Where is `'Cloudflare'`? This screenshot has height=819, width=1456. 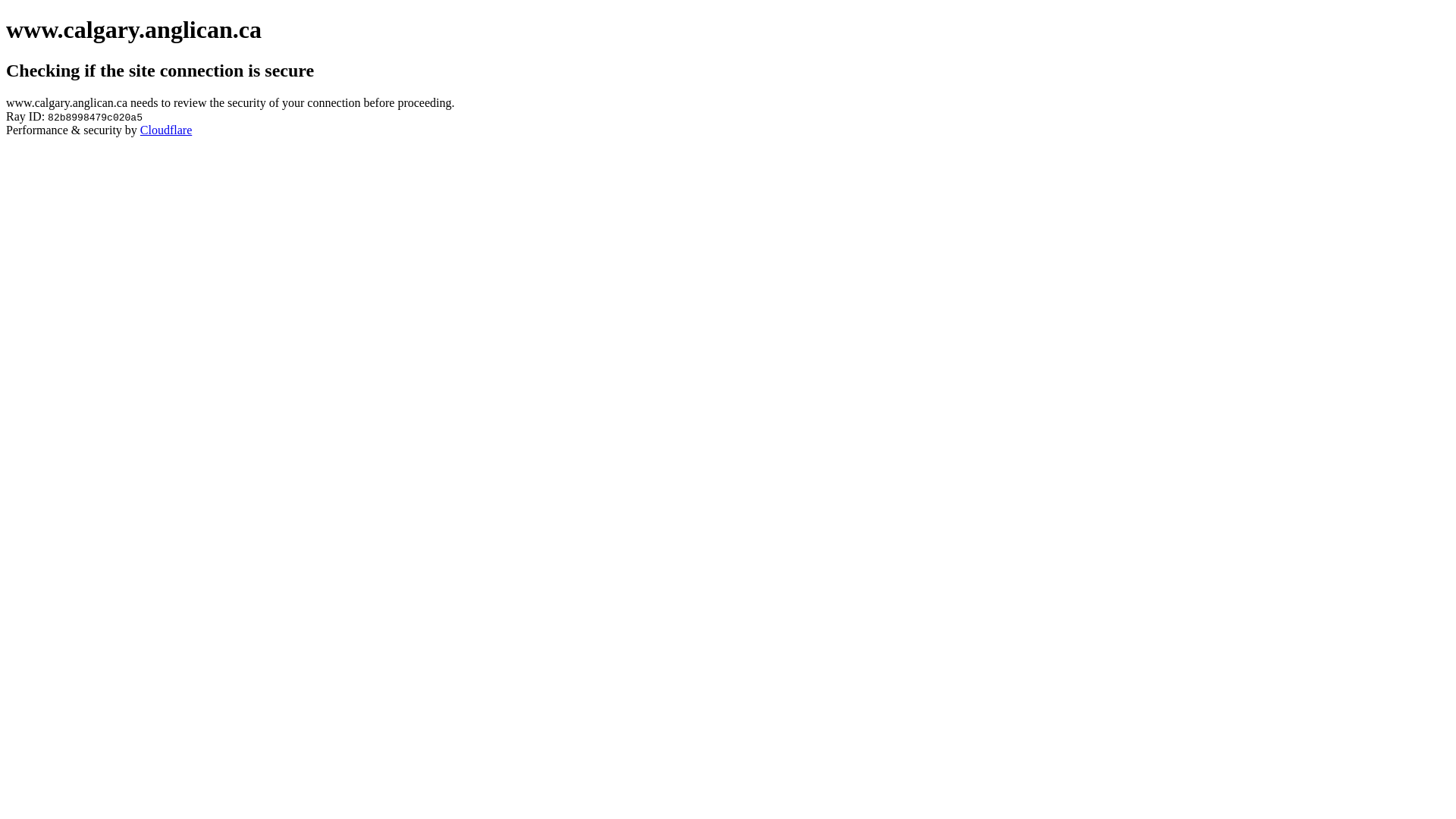 'Cloudflare' is located at coordinates (166, 129).